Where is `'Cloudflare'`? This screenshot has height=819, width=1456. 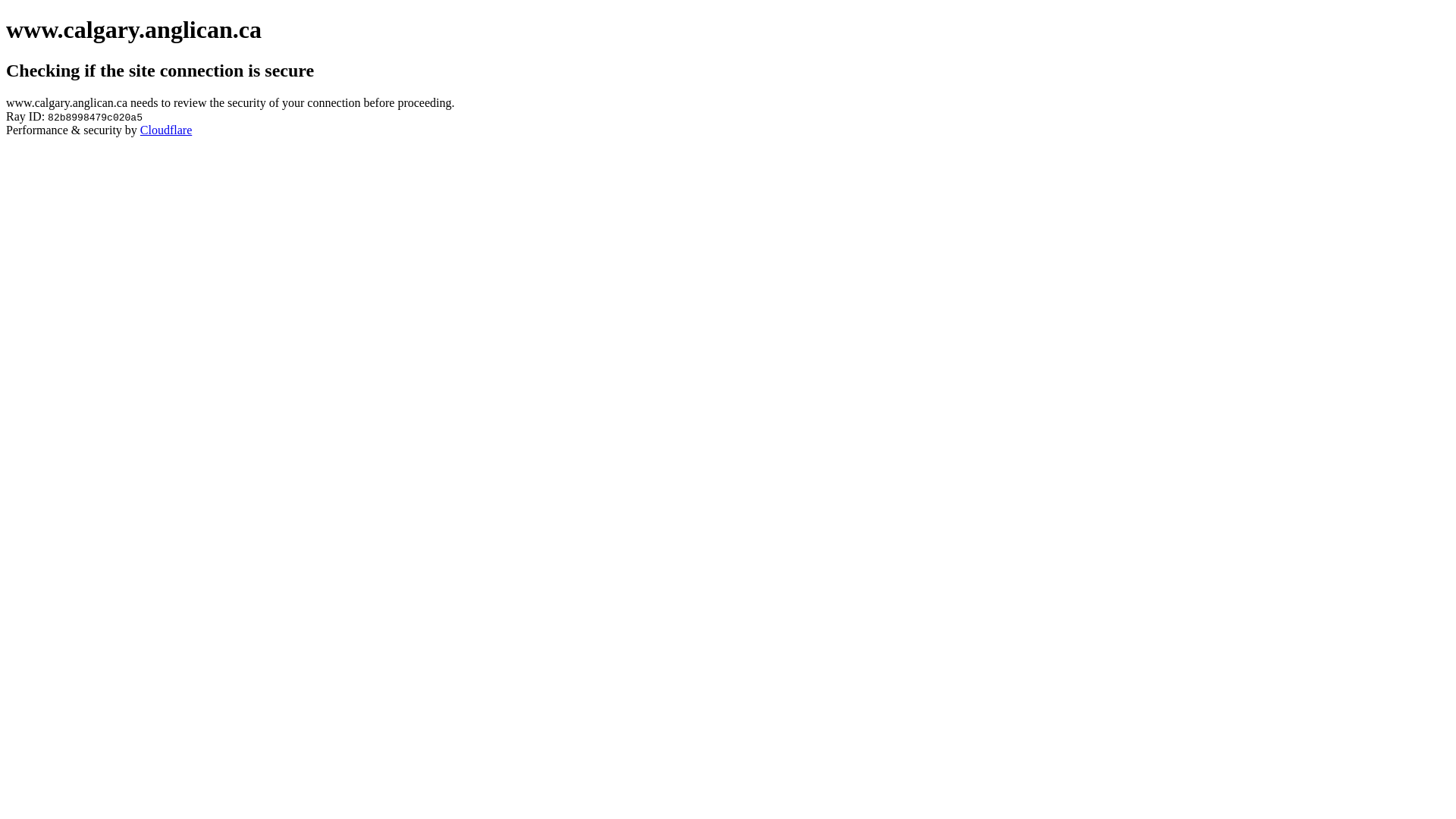 'Cloudflare' is located at coordinates (166, 129).